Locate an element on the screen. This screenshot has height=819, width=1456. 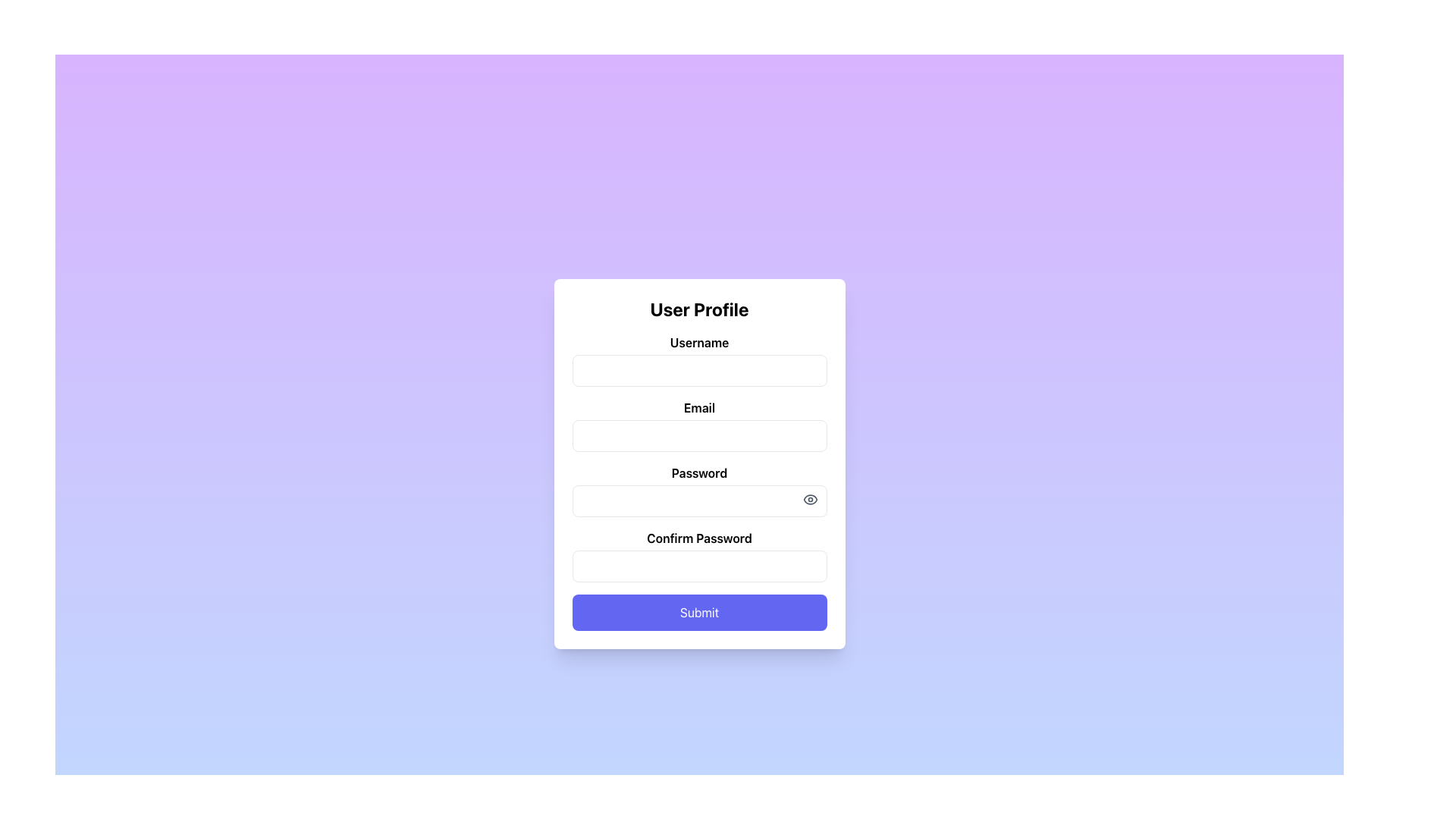
the 'Email' label within the 'User Profile' form, which is styled in bold and medium-sized font and positioned between the 'Username' input field and the 'Password' label is located at coordinates (698, 406).